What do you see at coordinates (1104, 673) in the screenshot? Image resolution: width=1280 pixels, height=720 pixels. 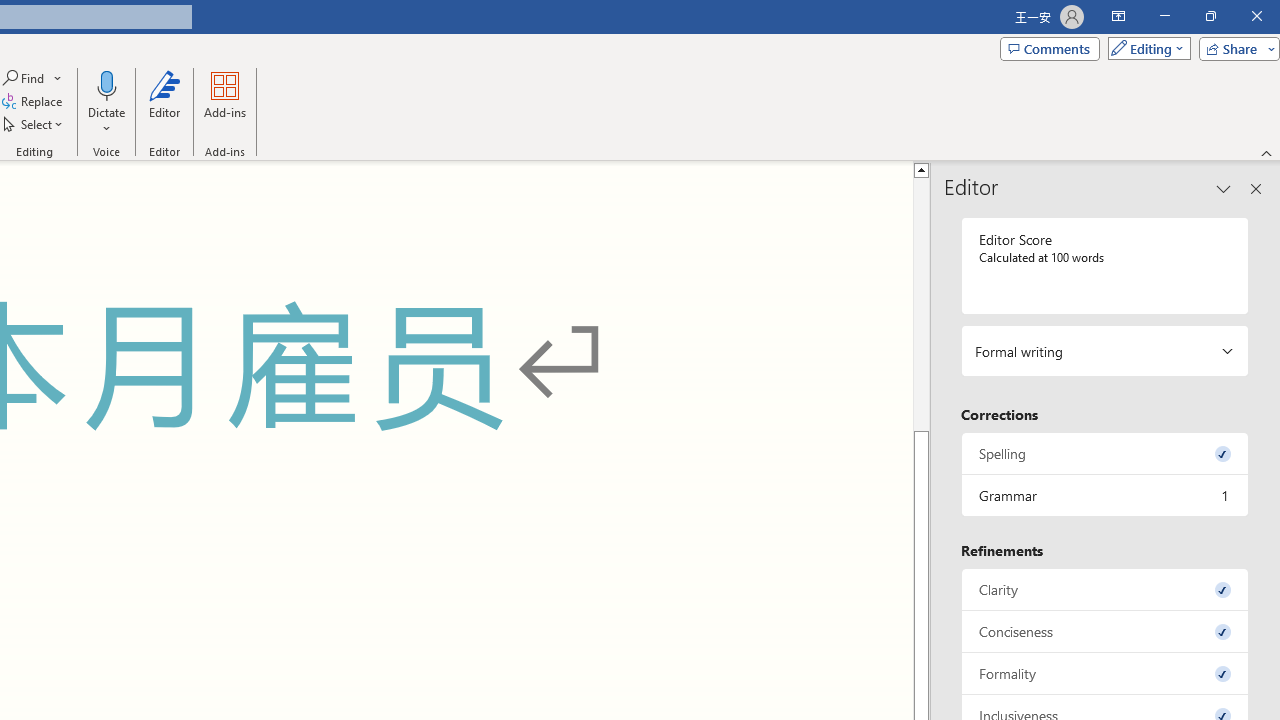 I see `'Formality, 0 issues. Press space or enter to review items.'` at bounding box center [1104, 673].